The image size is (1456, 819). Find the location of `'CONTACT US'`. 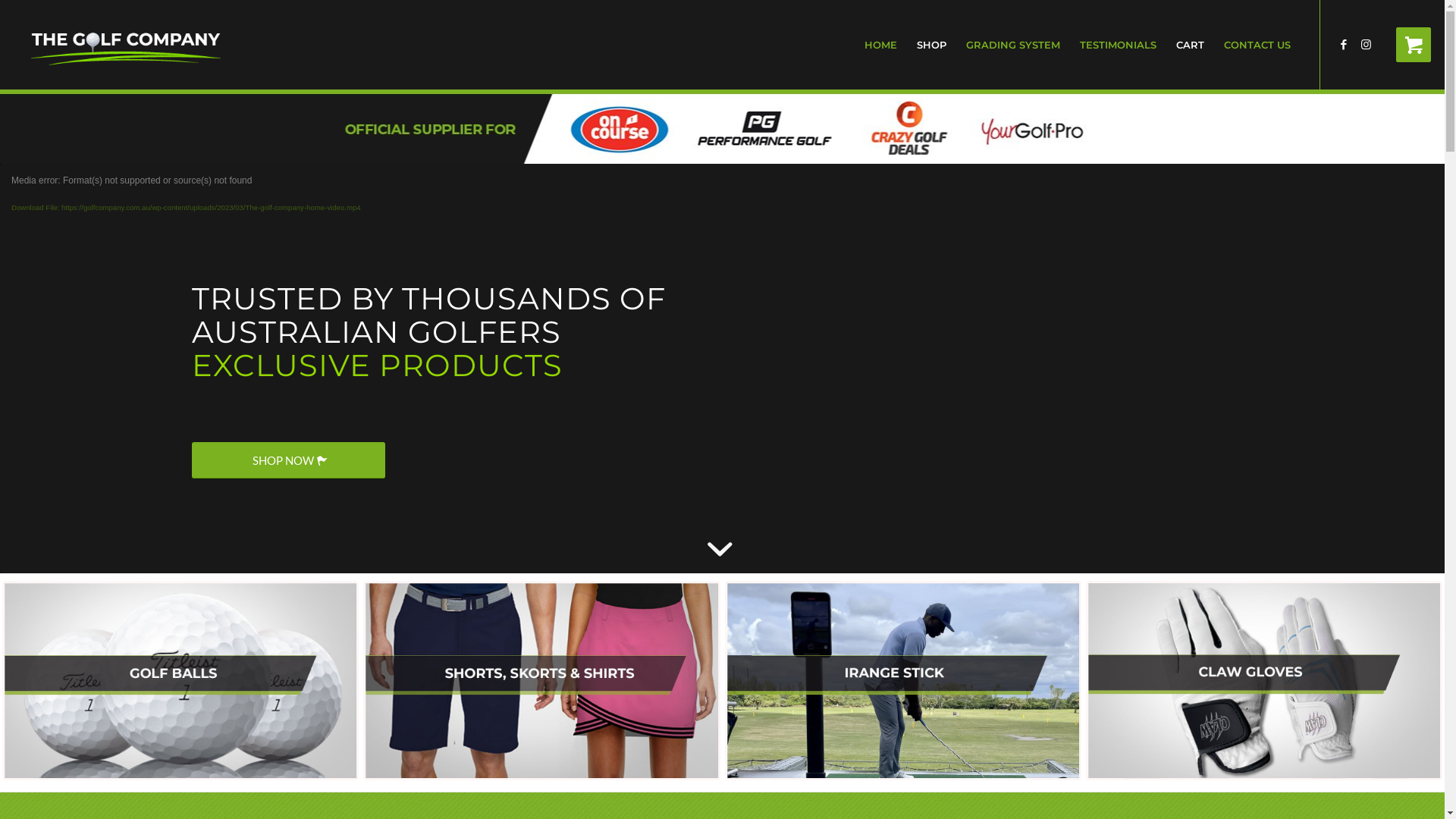

'CONTACT US' is located at coordinates (1214, 43).